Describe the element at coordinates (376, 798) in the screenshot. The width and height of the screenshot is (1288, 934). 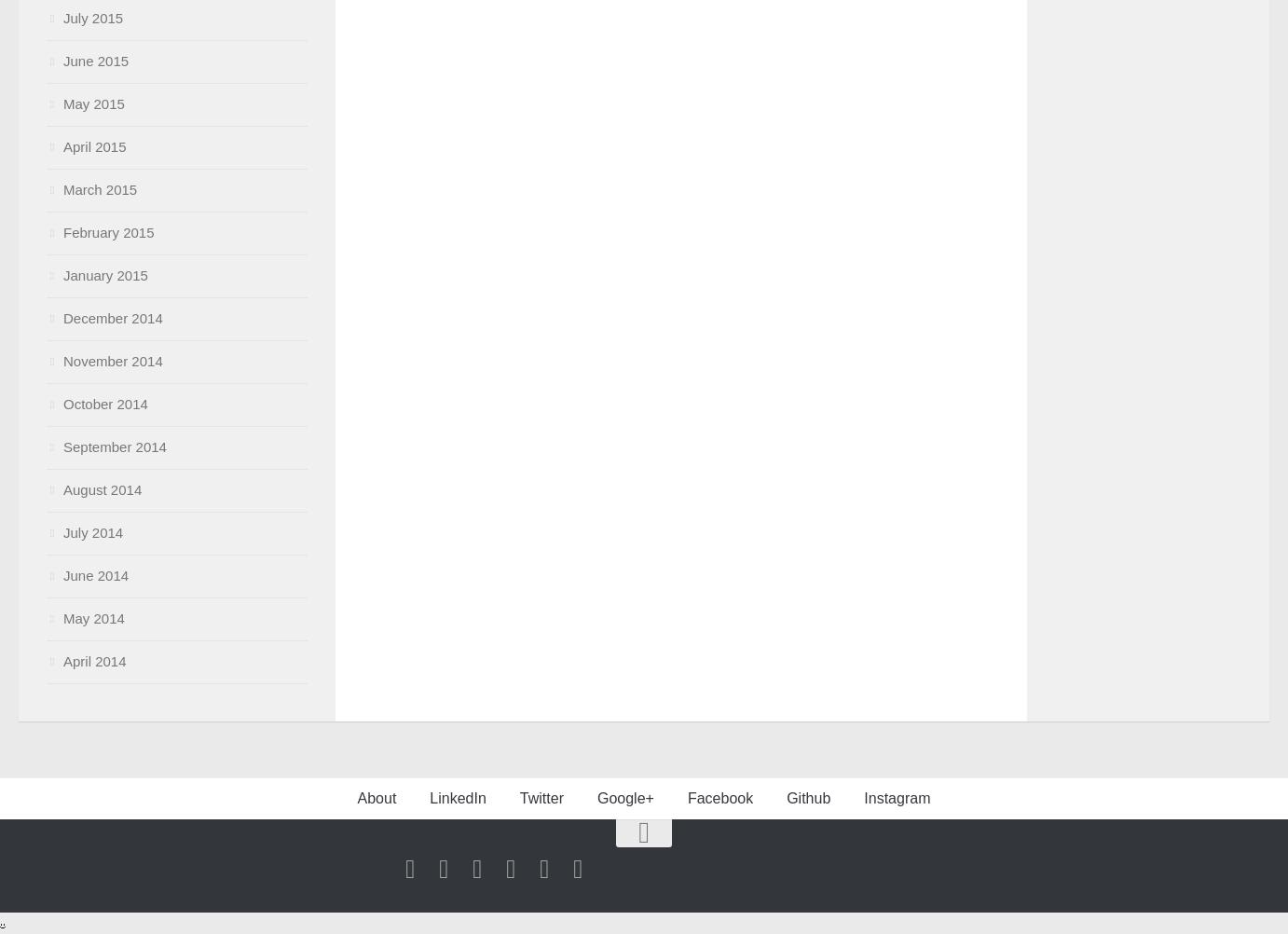
I see `'About'` at that location.